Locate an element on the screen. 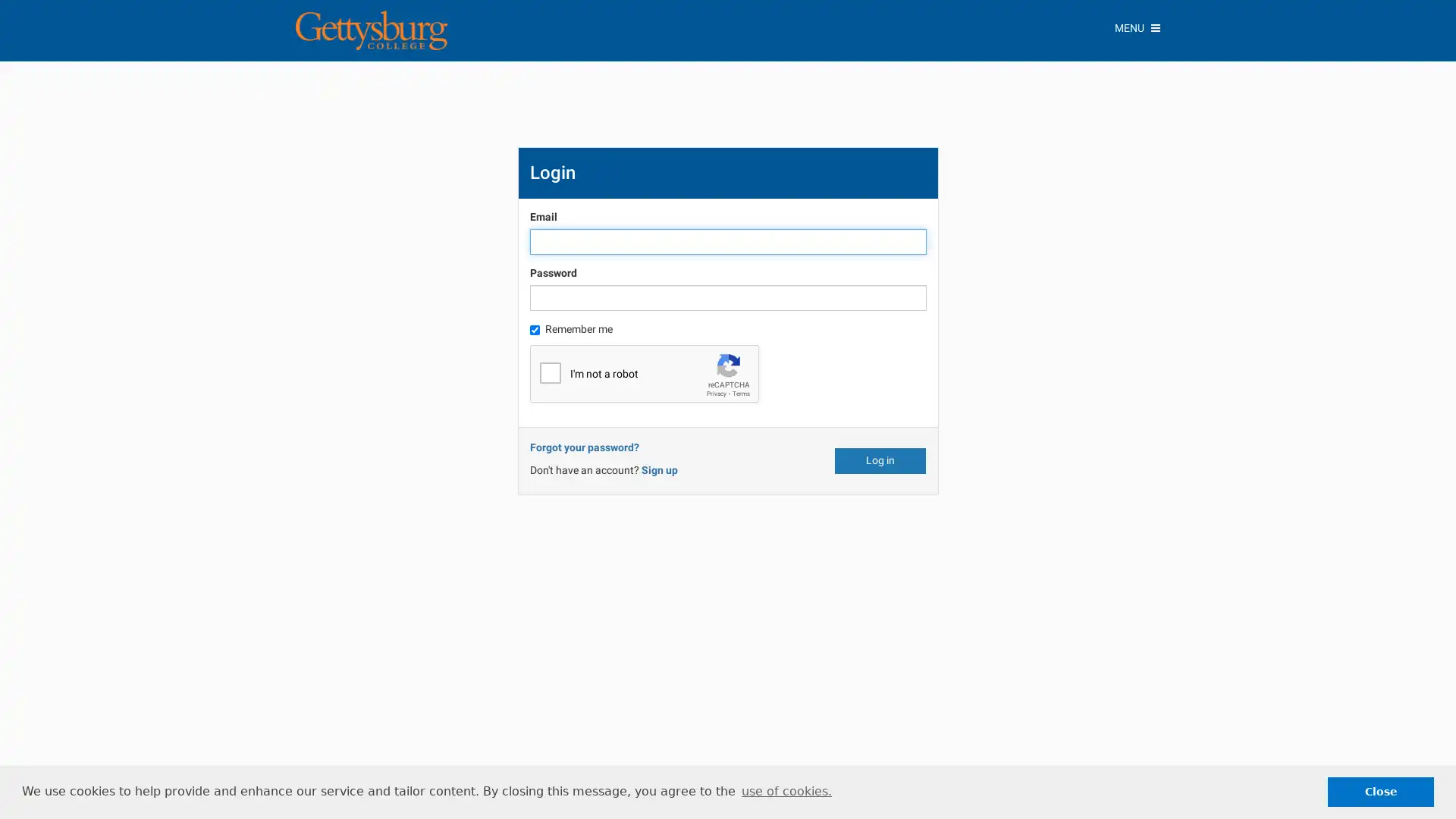 The image size is (1456, 819). learn more about cookies is located at coordinates (786, 791).